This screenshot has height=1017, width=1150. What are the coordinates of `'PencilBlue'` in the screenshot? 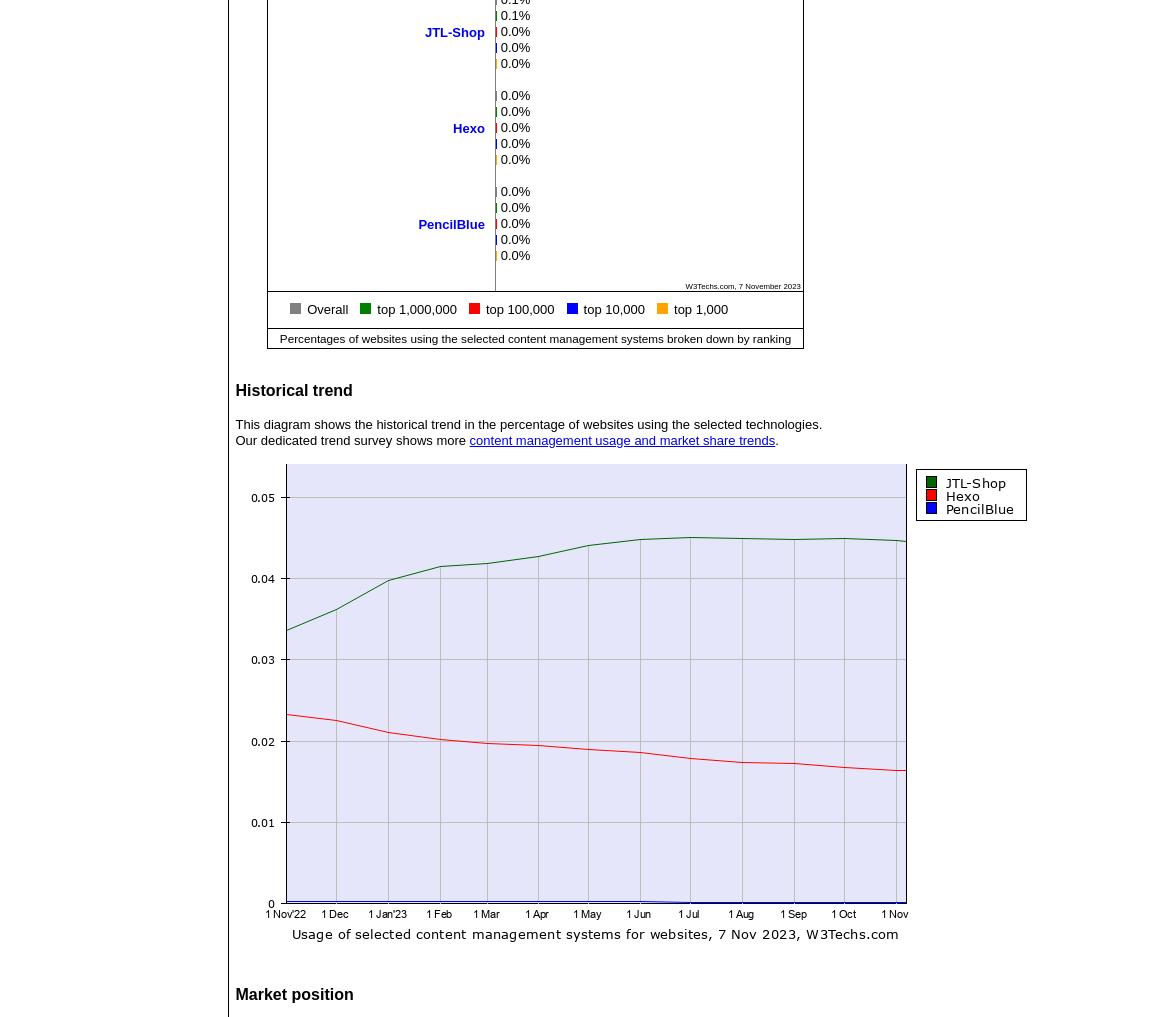 It's located at (418, 223).